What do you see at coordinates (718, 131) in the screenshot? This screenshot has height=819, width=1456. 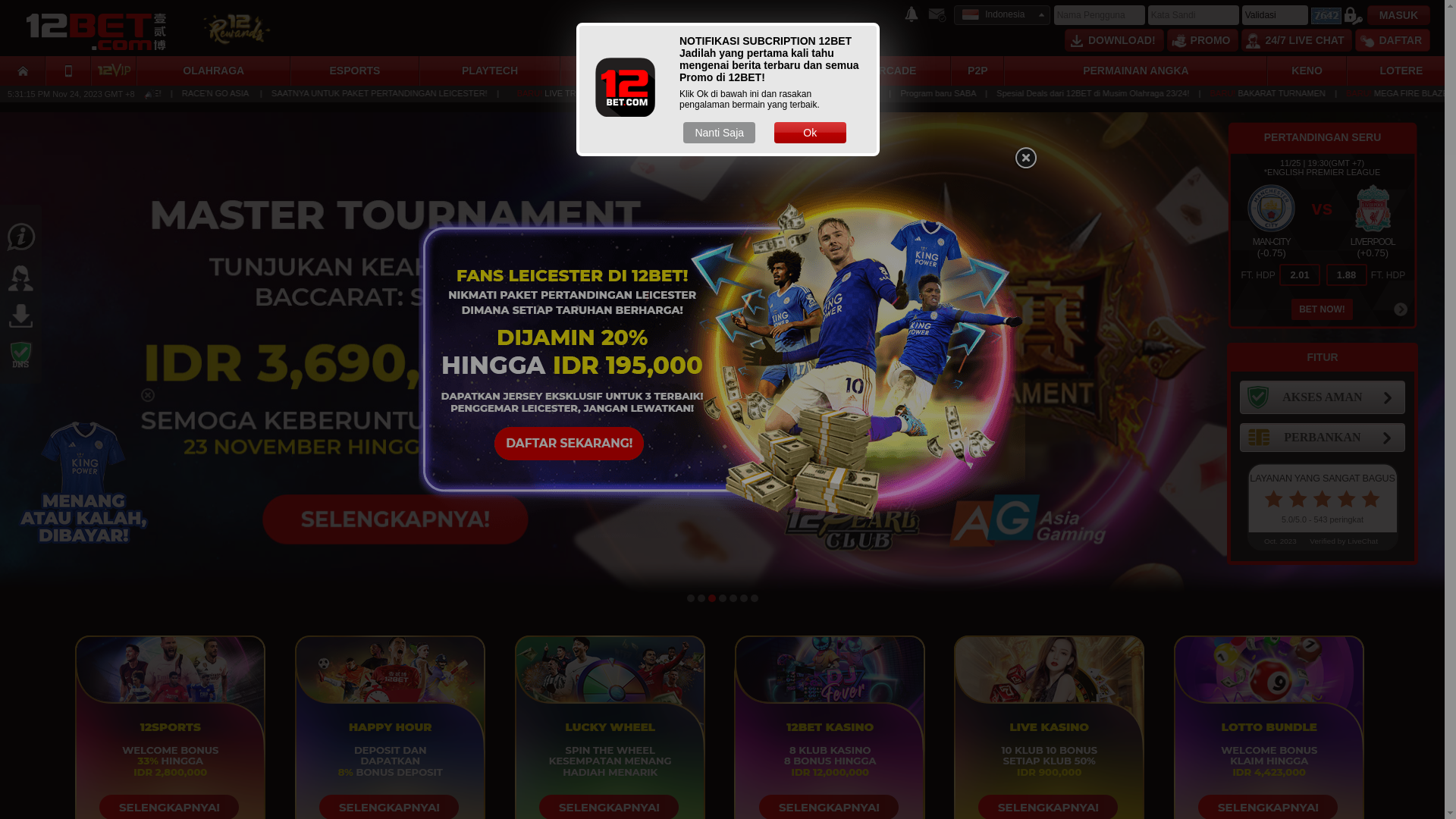 I see `'Nanti Saja'` at bounding box center [718, 131].